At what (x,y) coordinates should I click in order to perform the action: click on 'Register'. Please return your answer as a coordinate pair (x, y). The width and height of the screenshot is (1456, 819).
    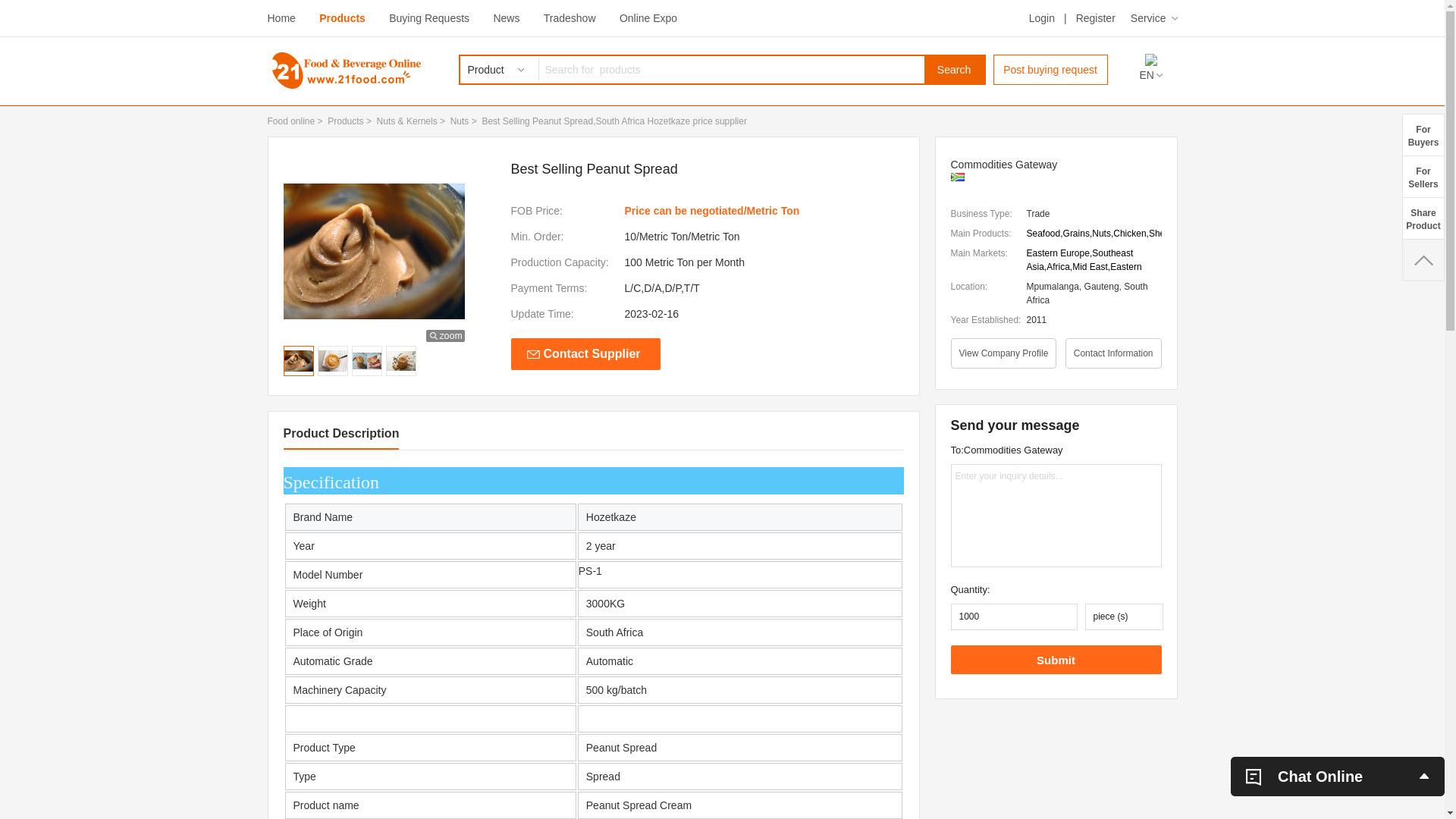
    Looking at the image, I should click on (1095, 17).